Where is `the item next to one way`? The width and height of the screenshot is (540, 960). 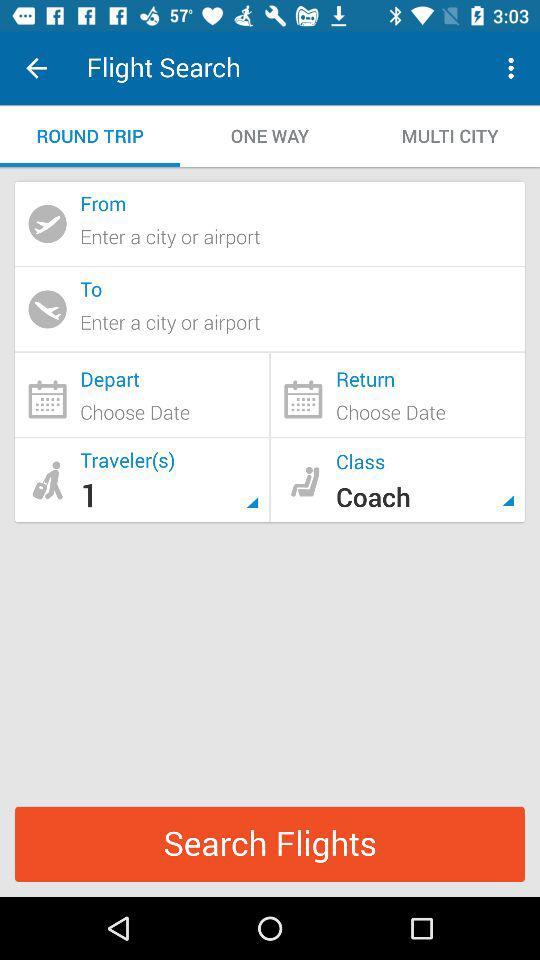
the item next to one way is located at coordinates (449, 135).